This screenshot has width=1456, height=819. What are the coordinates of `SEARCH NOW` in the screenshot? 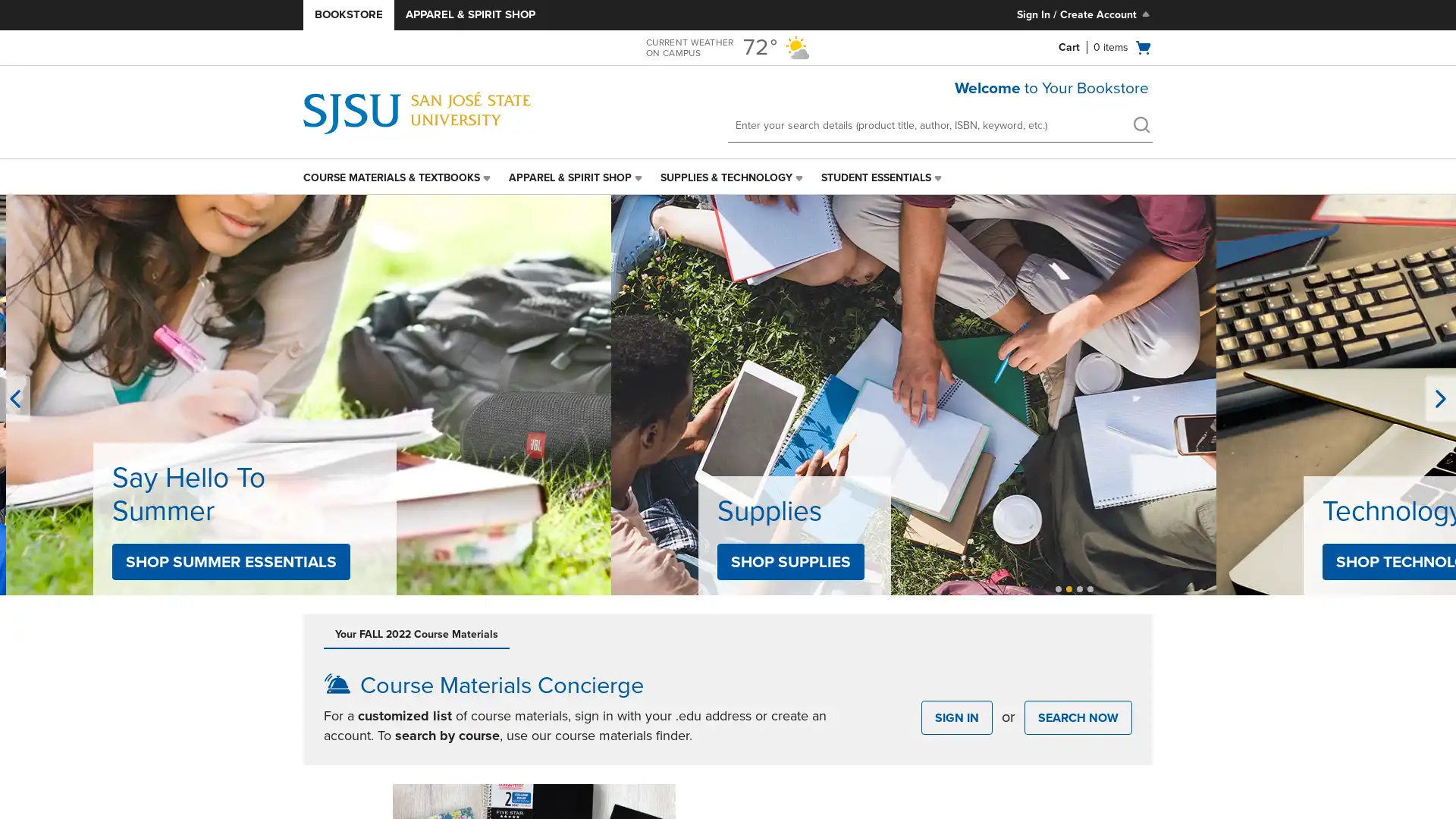 It's located at (1077, 717).